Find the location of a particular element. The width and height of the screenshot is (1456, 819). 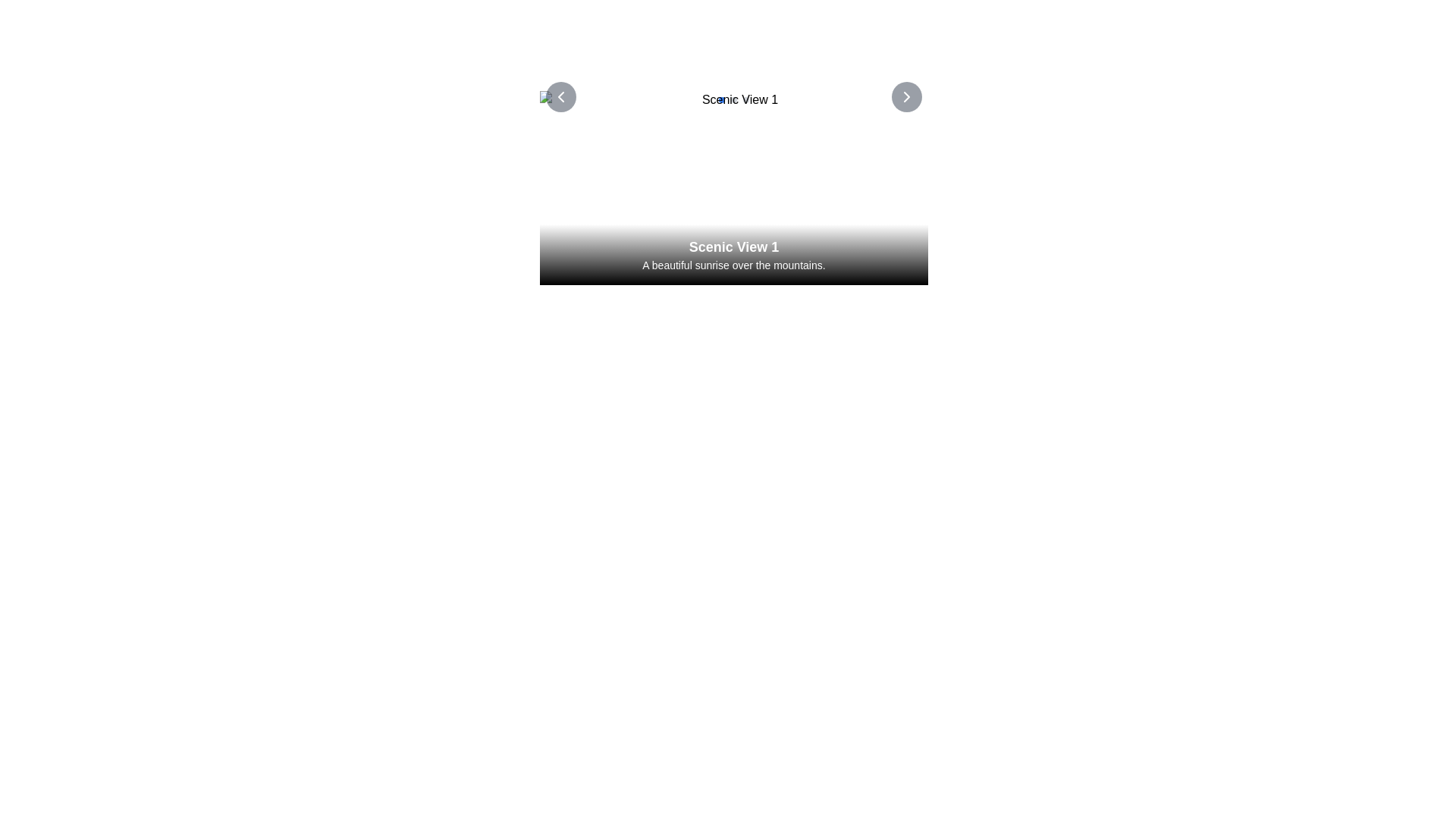

the image area of the scenic image with descriptive overlay located at the top of the page, which serves an informational or promotional purpose is located at coordinates (734, 187).